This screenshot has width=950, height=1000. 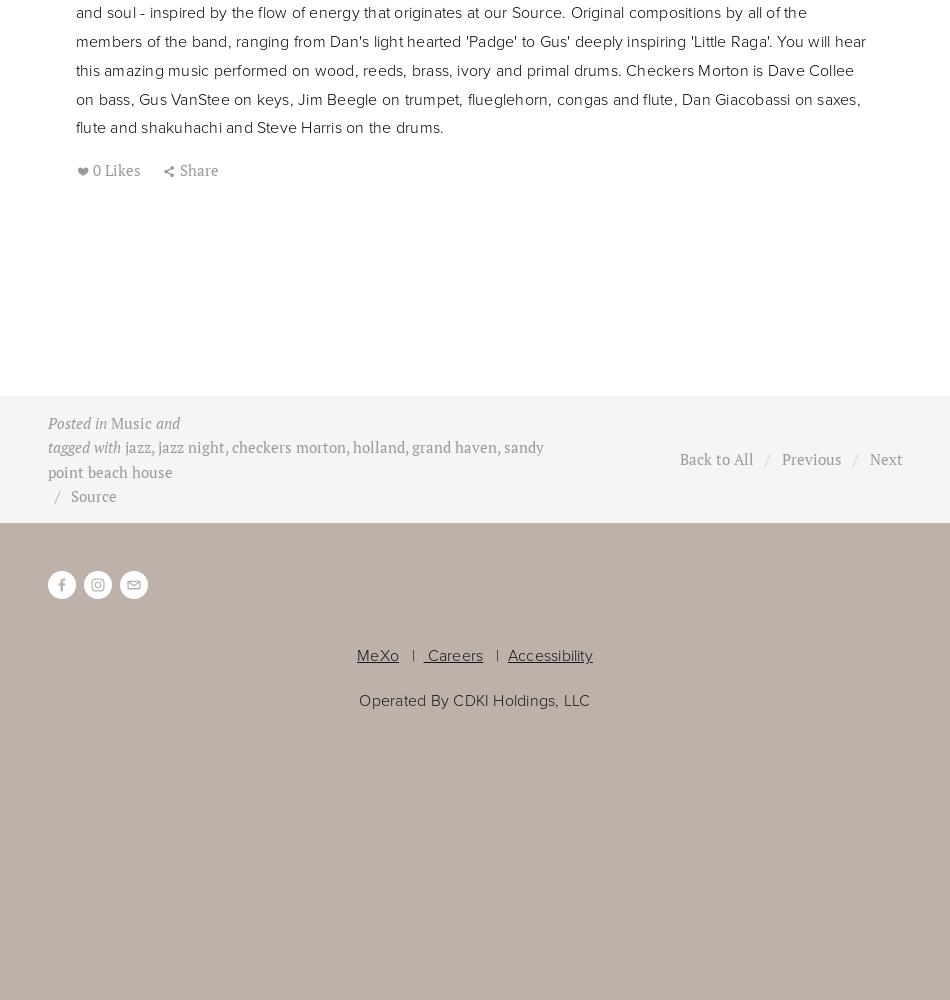 I want to click on 'jazz', so click(x=136, y=446).